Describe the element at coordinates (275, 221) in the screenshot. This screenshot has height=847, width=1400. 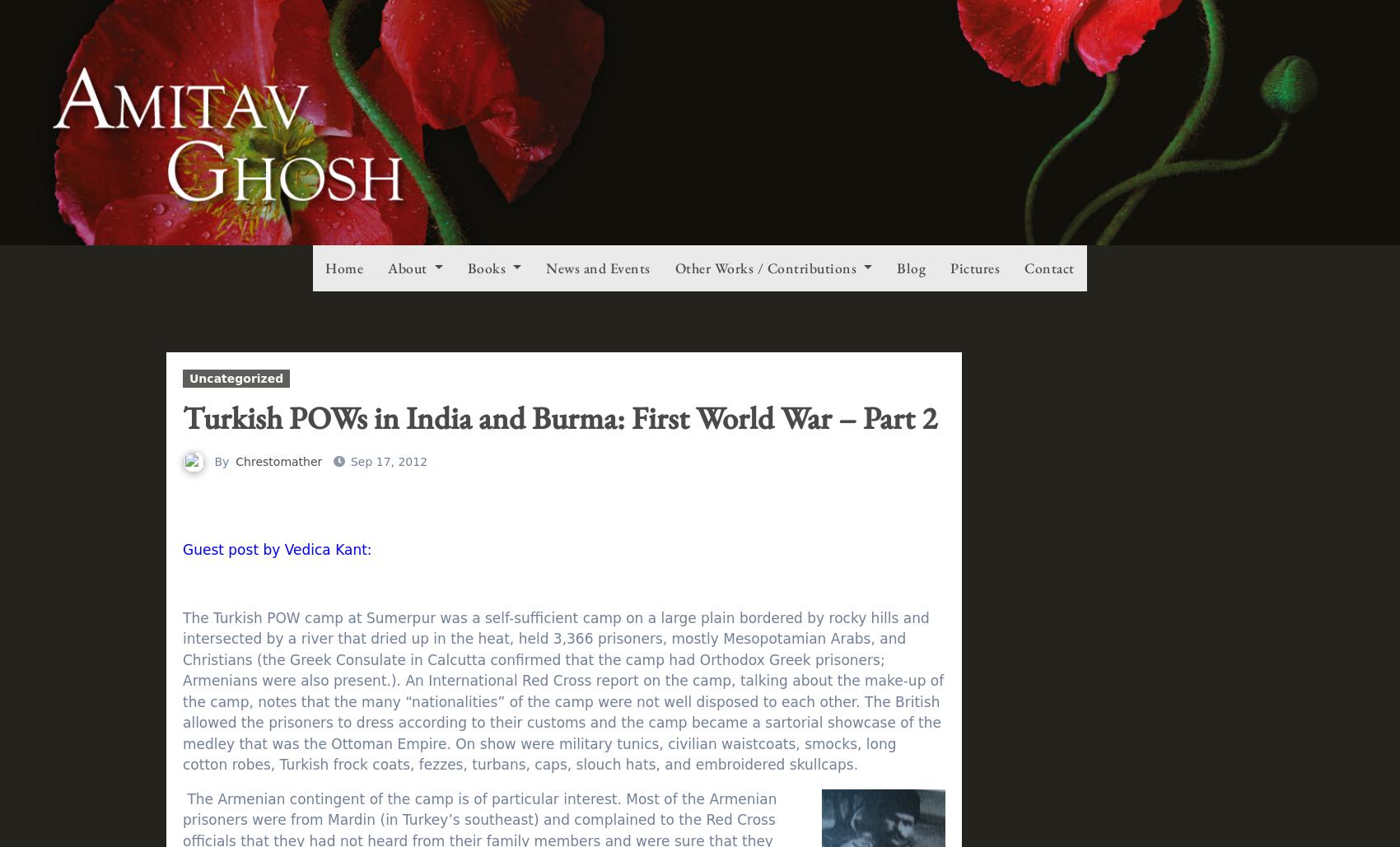
I see `'James Song'` at that location.